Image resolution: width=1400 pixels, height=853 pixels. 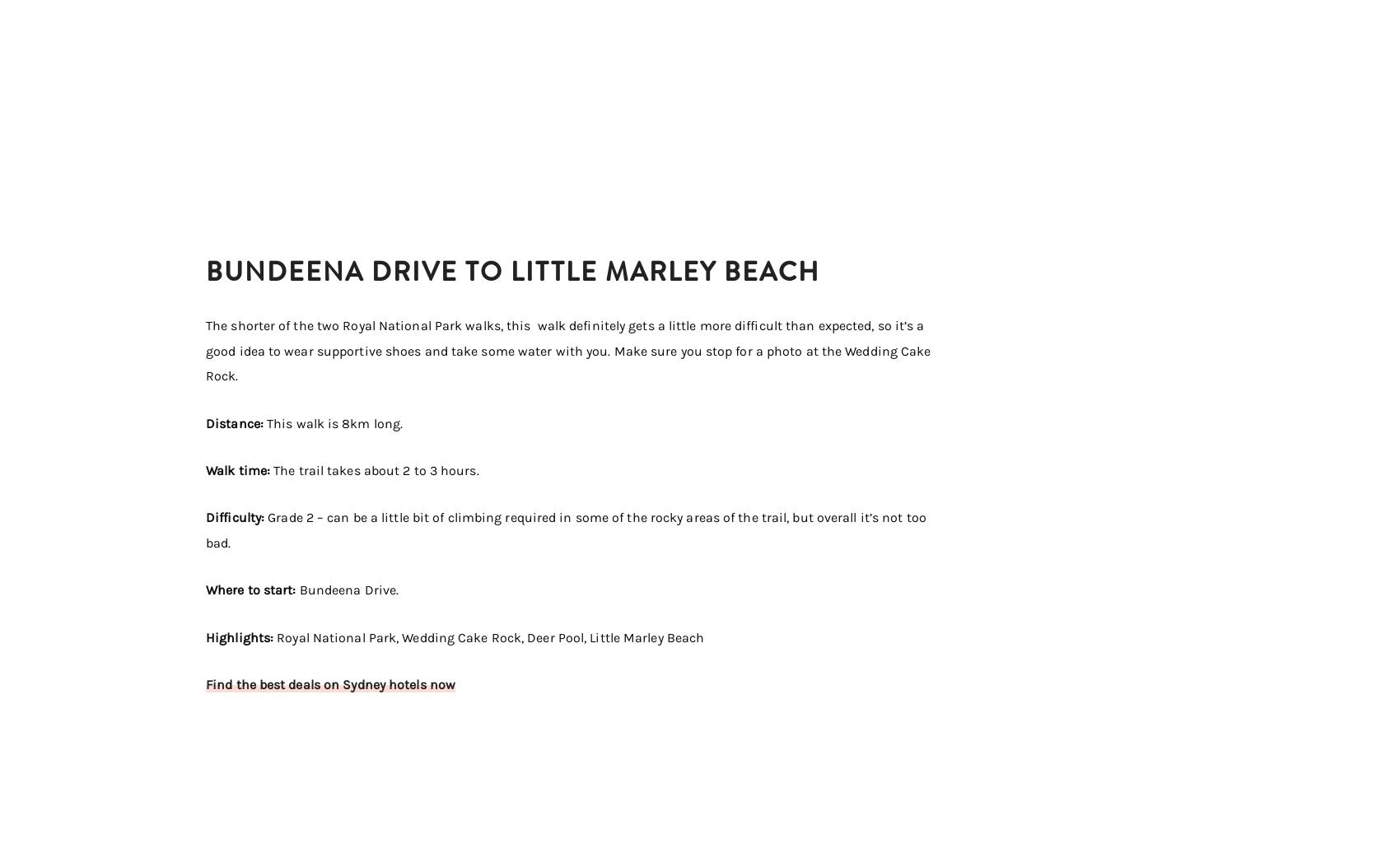 I want to click on 'Distance:', so click(x=206, y=422).